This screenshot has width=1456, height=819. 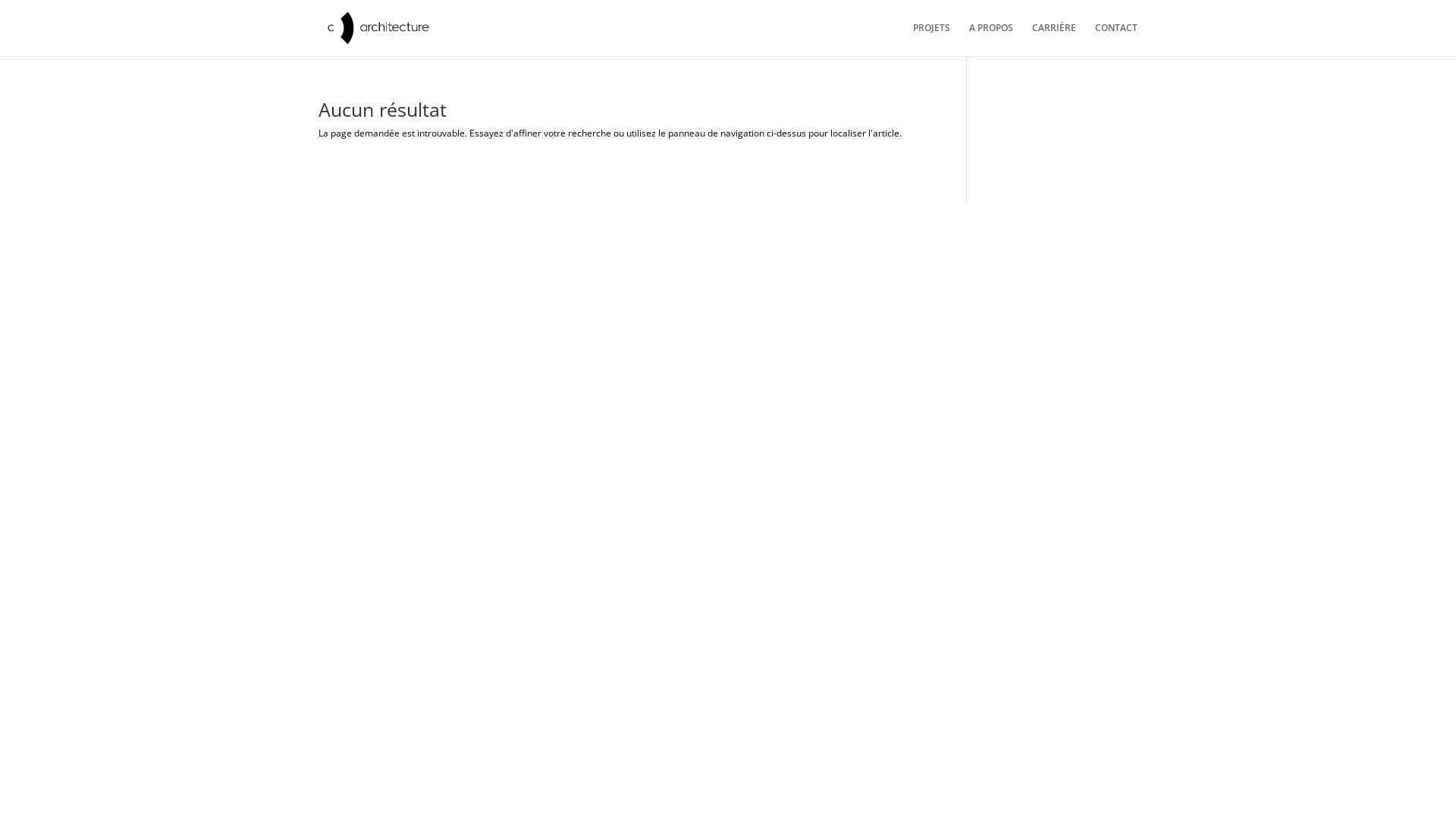 I want to click on 'A PROPOS', so click(x=990, y=38).